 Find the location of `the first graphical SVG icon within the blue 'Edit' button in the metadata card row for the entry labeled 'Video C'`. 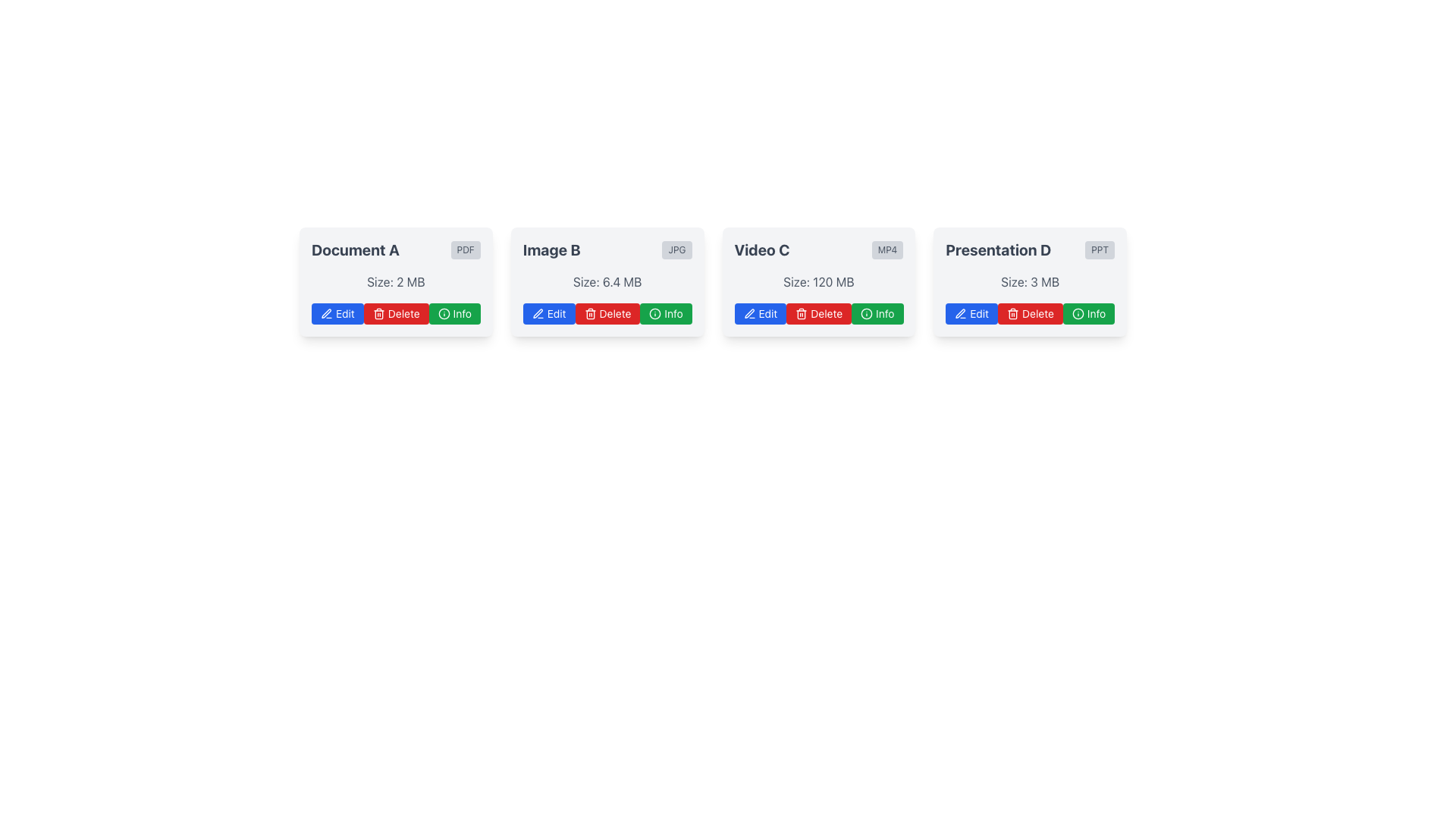

the first graphical SVG icon within the blue 'Edit' button in the metadata card row for the entry labeled 'Video C' is located at coordinates (749, 312).